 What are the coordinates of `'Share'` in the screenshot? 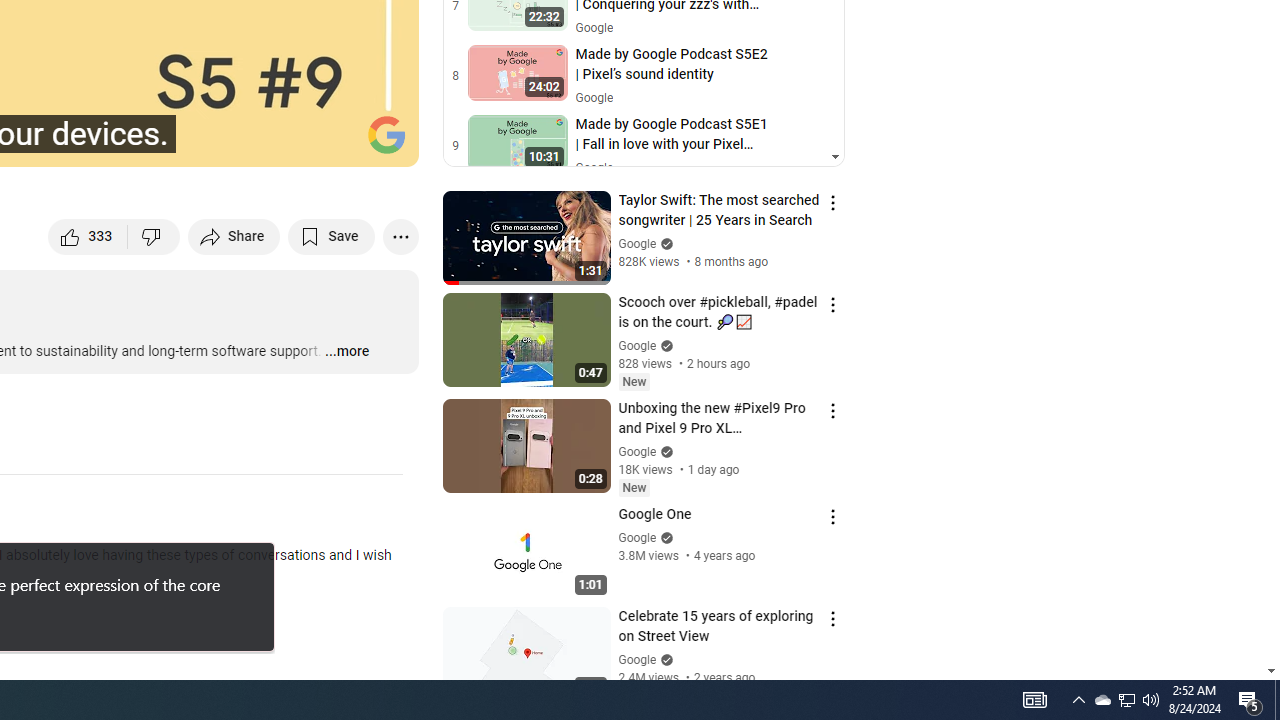 It's located at (234, 235).